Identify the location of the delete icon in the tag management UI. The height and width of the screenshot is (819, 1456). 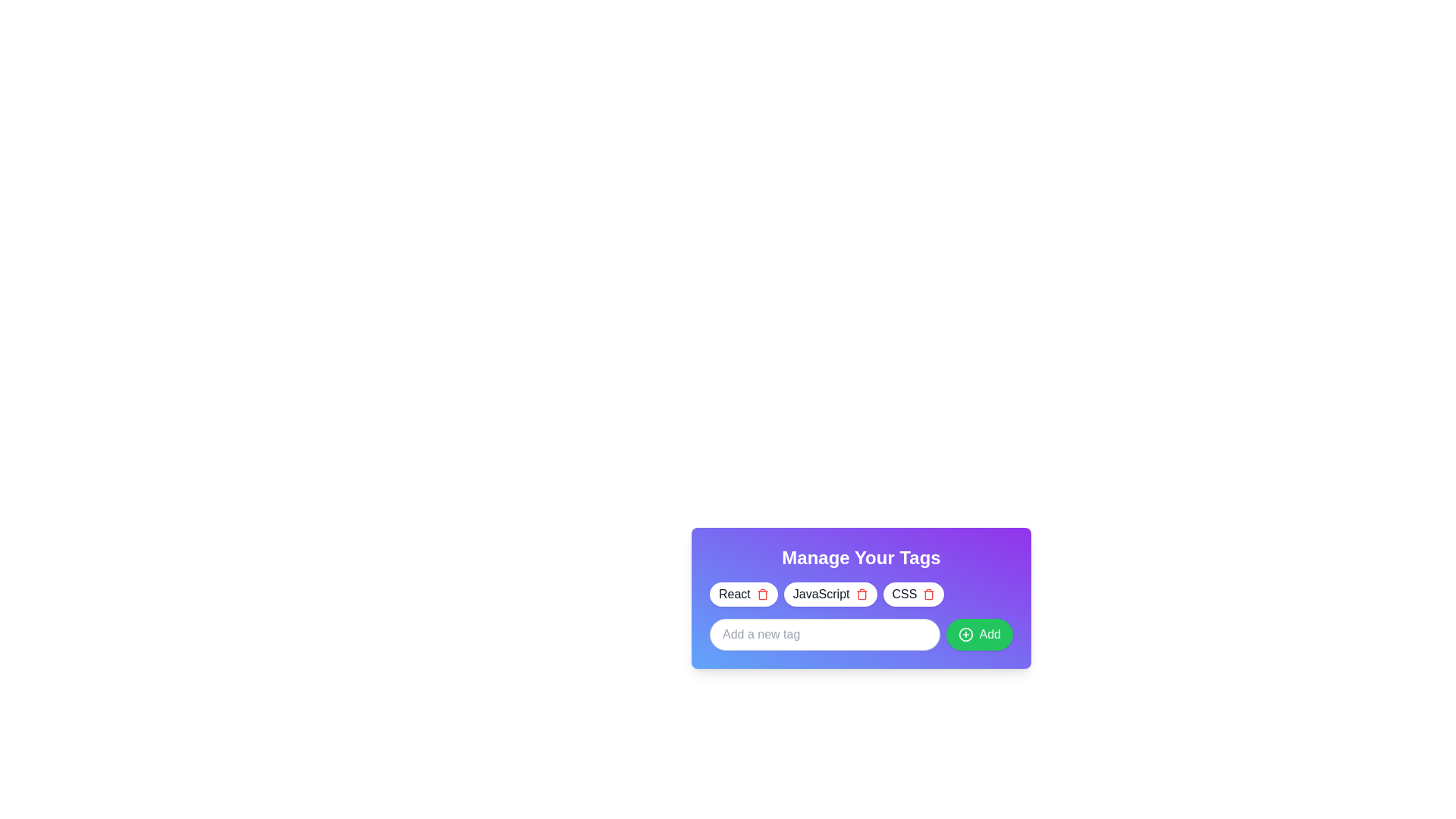
(861, 593).